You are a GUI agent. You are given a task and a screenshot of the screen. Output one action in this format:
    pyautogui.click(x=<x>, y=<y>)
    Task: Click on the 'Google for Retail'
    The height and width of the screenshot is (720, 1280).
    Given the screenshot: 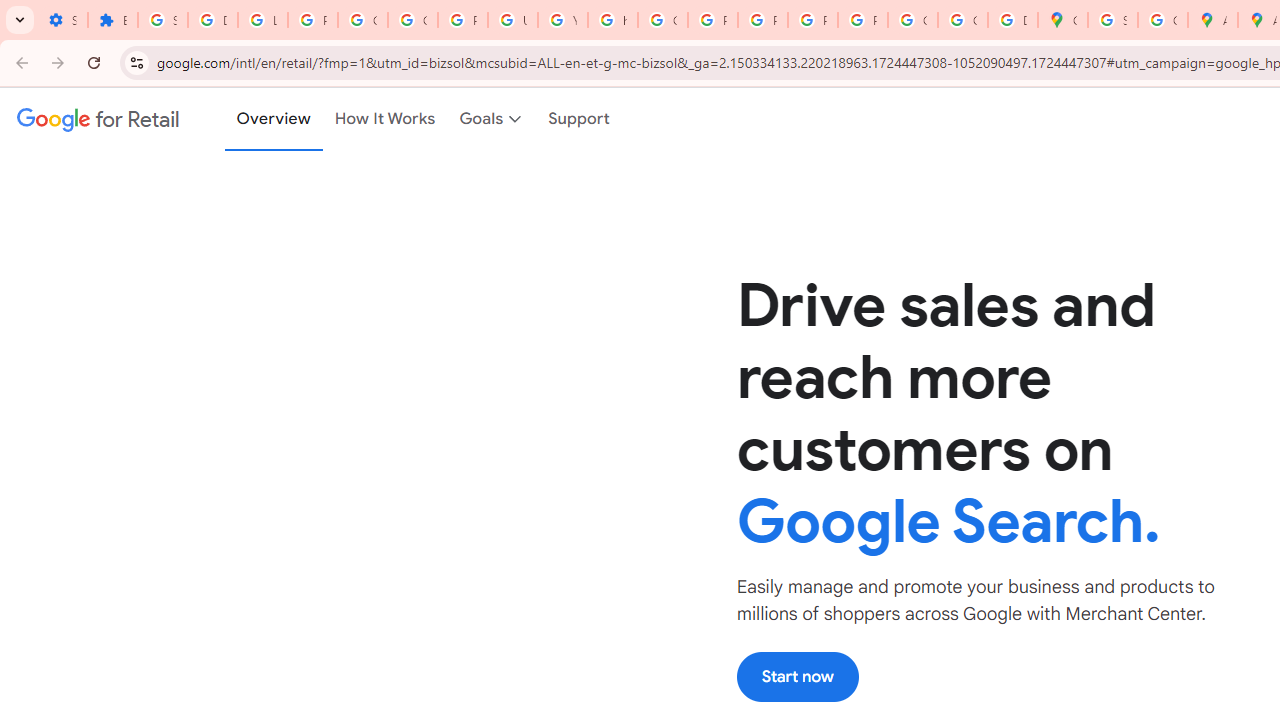 What is the action you would take?
    pyautogui.click(x=97, y=119)
    